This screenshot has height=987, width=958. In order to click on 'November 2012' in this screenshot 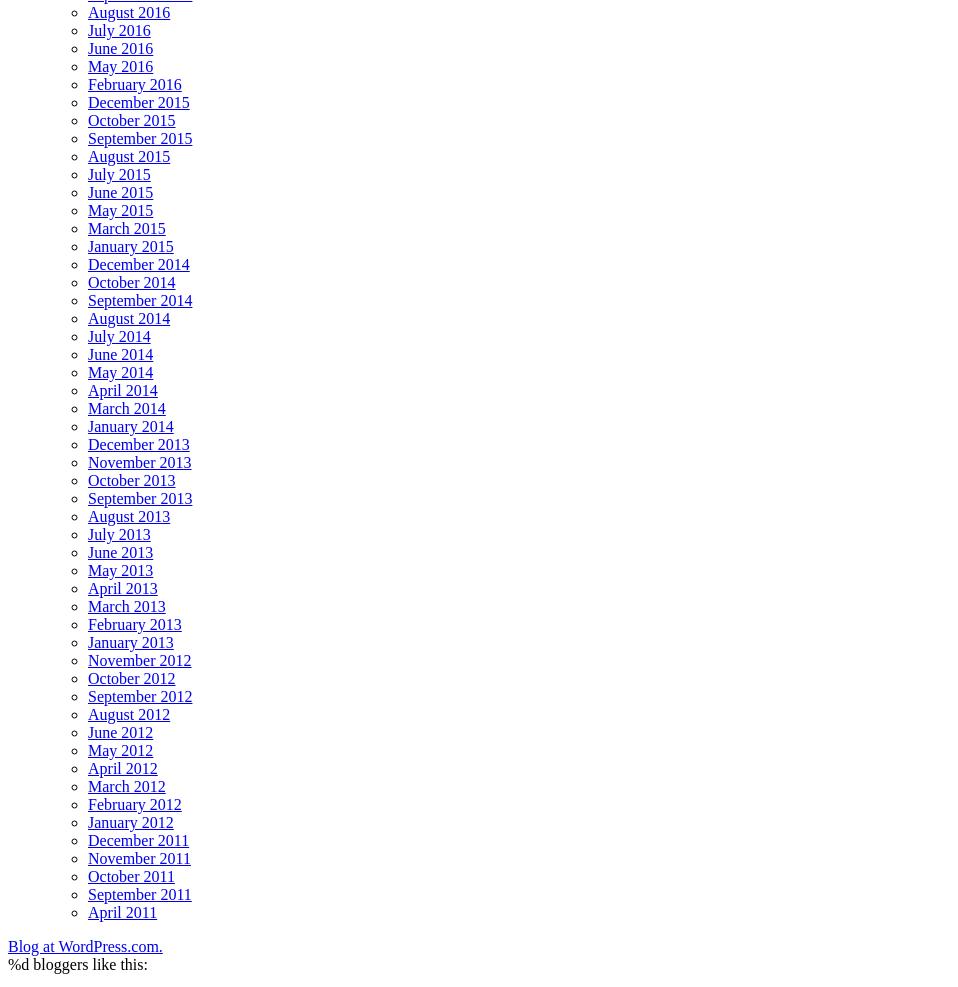, I will do `click(88, 660)`.